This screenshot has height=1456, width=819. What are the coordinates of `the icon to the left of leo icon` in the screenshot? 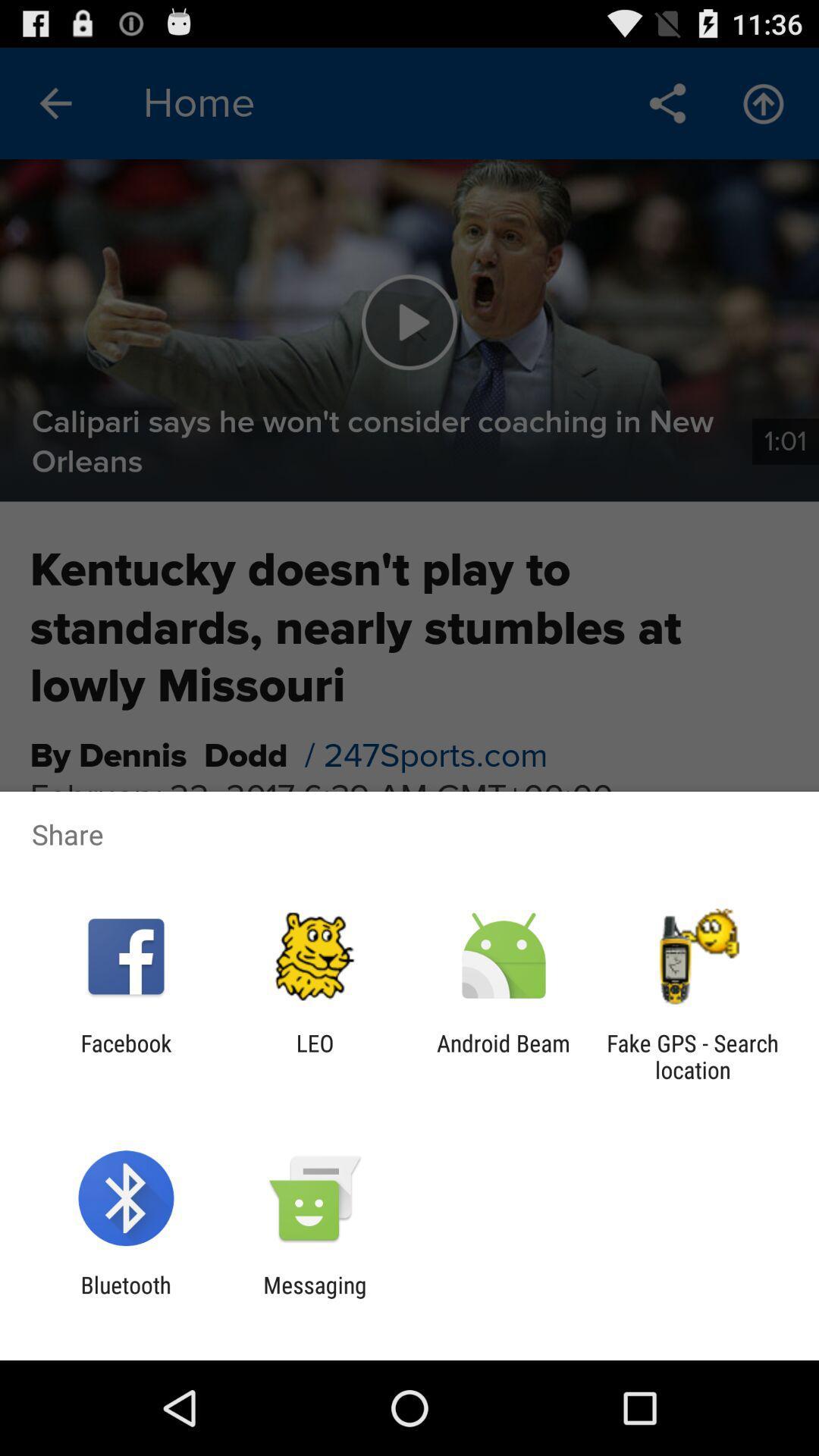 It's located at (125, 1056).